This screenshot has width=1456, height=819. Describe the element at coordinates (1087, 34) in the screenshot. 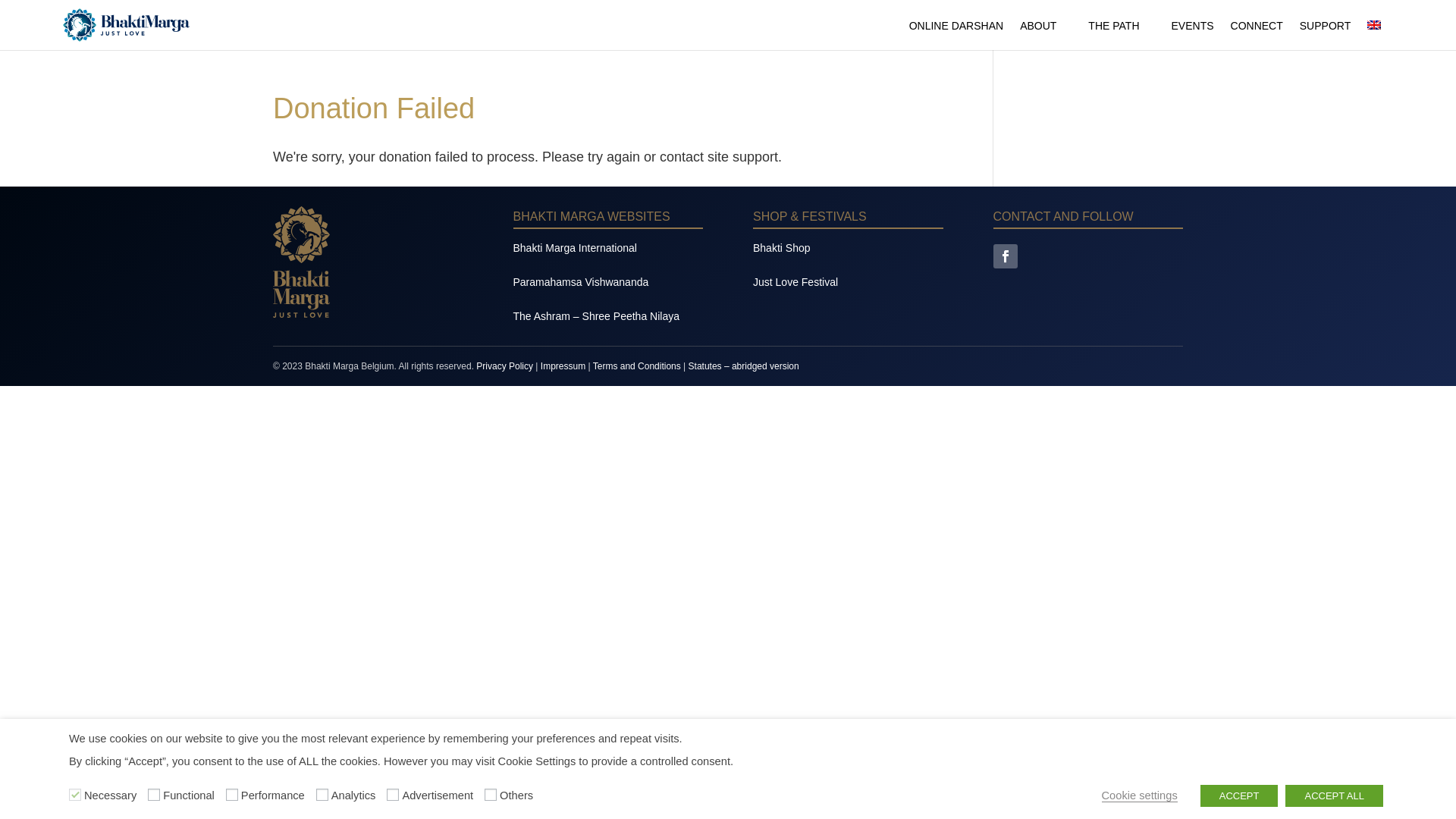

I see `'THE PATH'` at that location.